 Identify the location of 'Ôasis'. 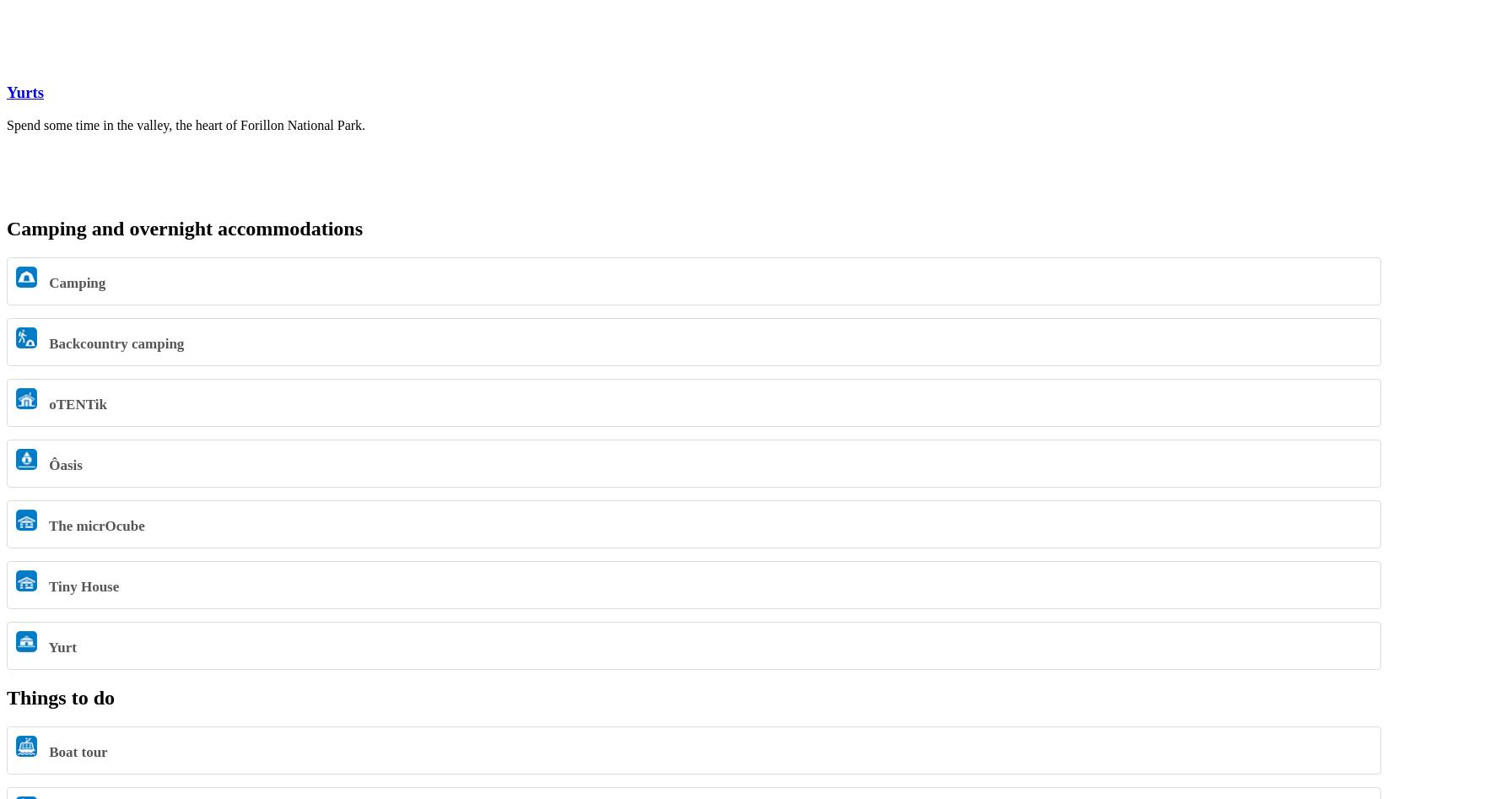
(63, 463).